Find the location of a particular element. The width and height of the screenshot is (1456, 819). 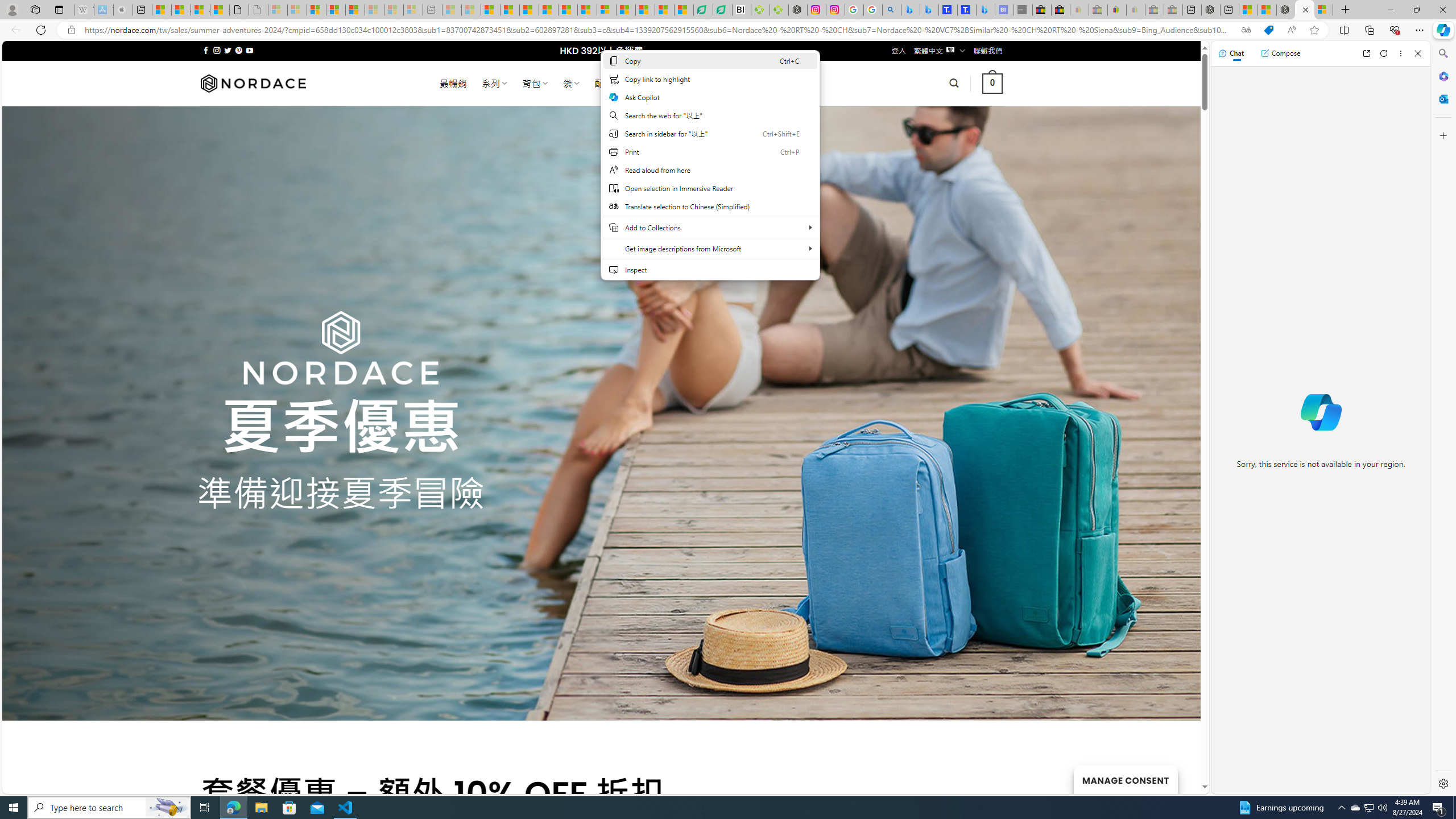

'Microsoft Bing Travel - Flights from Hong Kong to Bangkok' is located at coordinates (911, 9).